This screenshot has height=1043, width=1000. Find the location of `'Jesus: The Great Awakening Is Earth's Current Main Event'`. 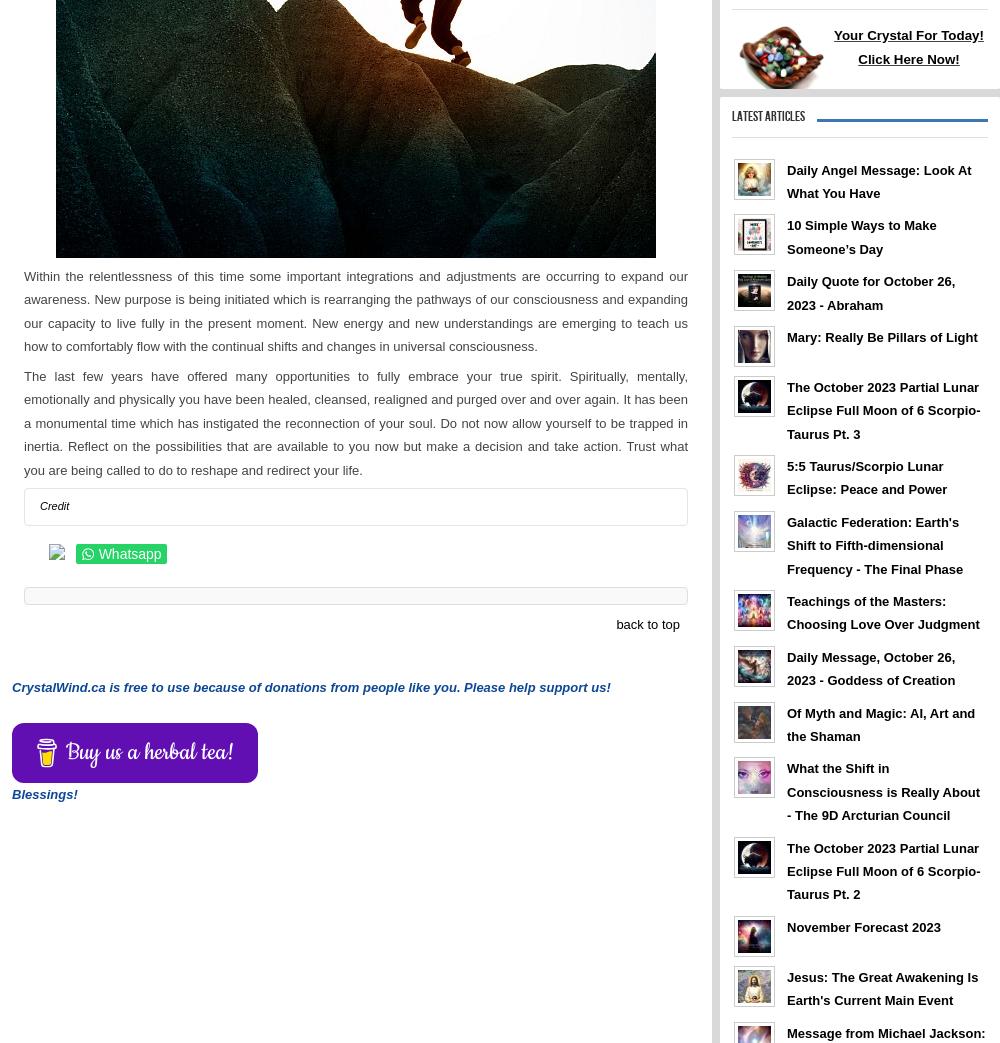

'Jesus: The Great Awakening Is Earth's Current Main Event' is located at coordinates (882, 988).